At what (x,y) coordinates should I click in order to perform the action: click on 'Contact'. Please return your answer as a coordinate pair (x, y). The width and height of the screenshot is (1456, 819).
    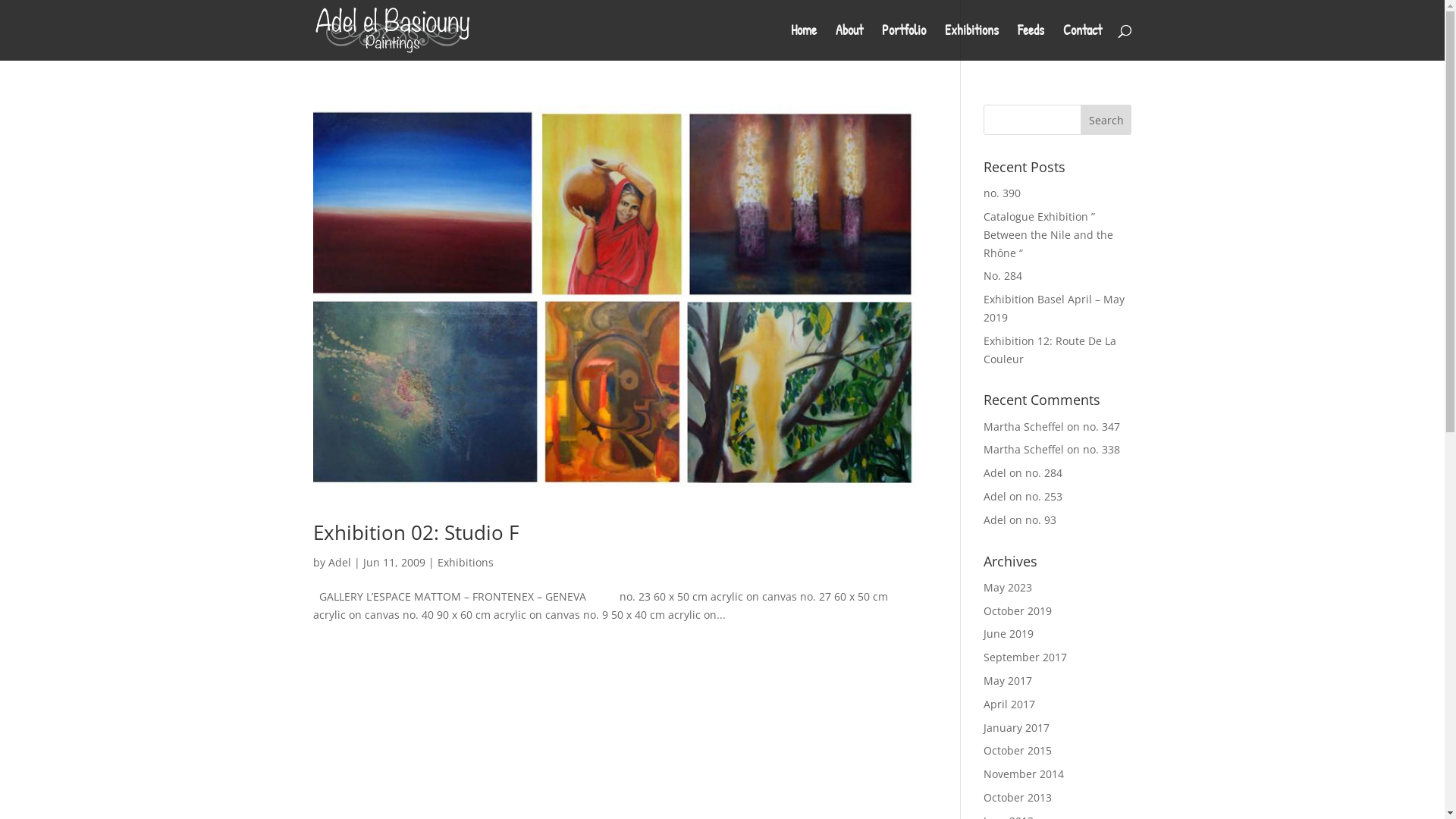
    Looking at the image, I should click on (1062, 42).